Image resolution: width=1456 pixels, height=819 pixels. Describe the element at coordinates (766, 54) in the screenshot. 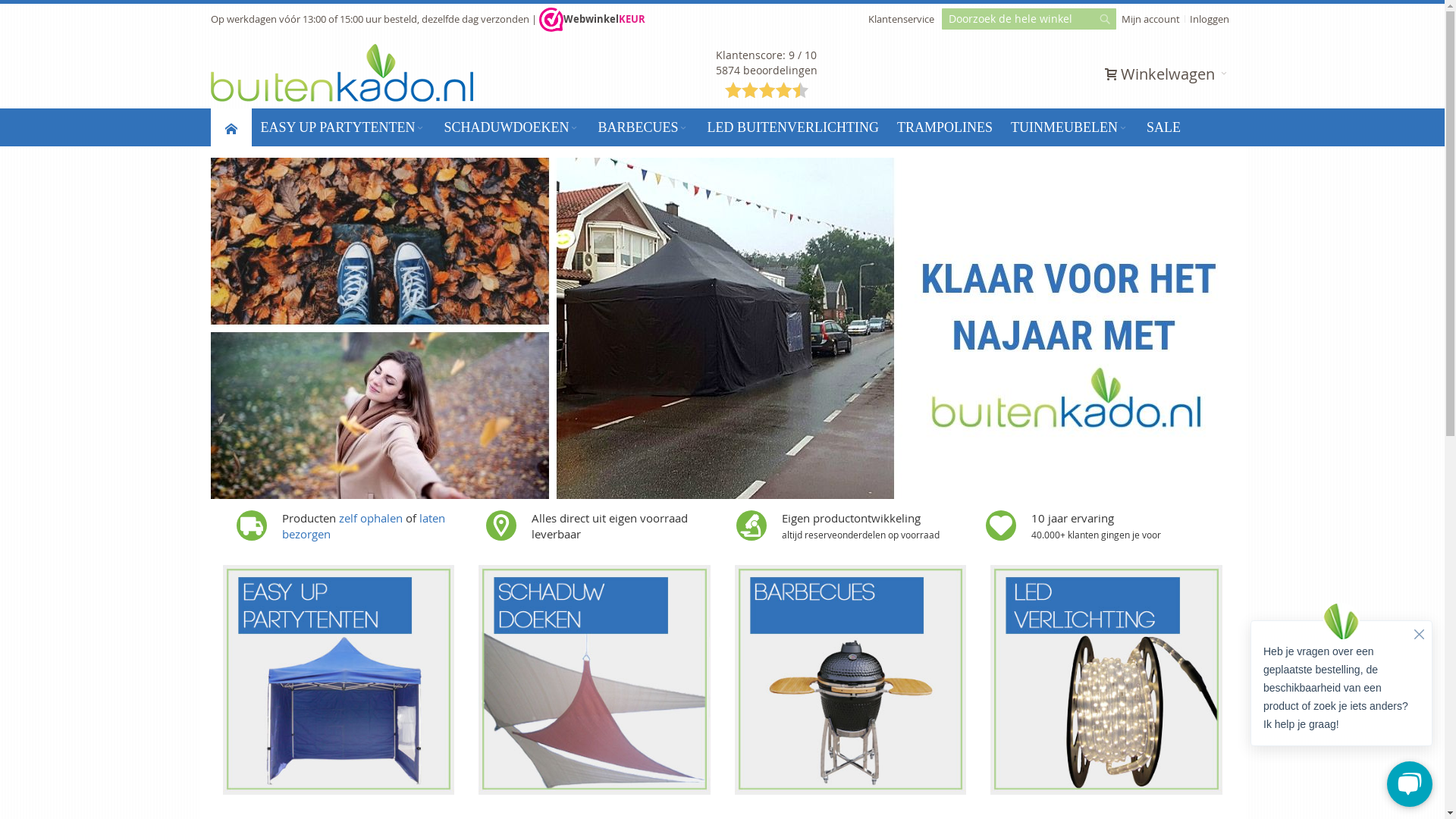

I see `'Klantenscore: 9 / 10'` at that location.